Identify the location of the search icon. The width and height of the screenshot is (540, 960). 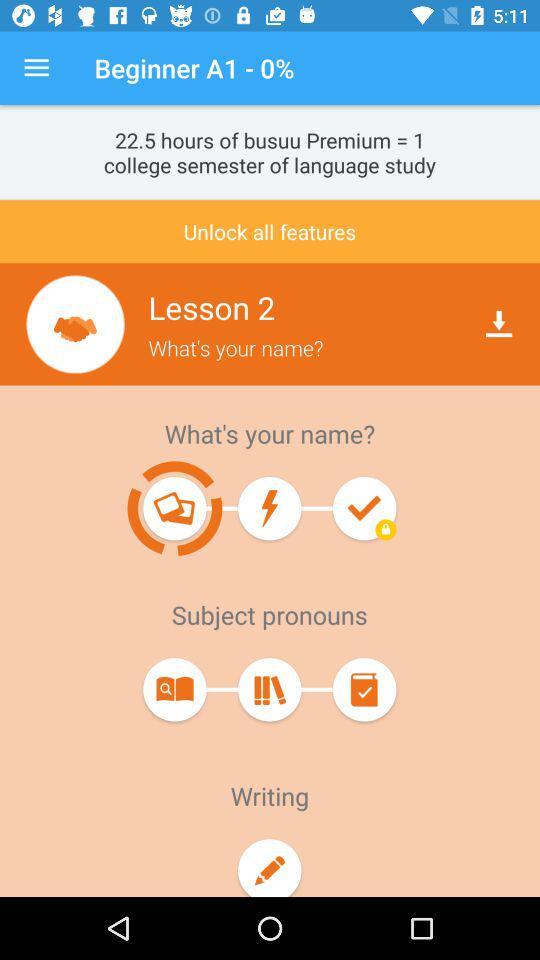
(175, 690).